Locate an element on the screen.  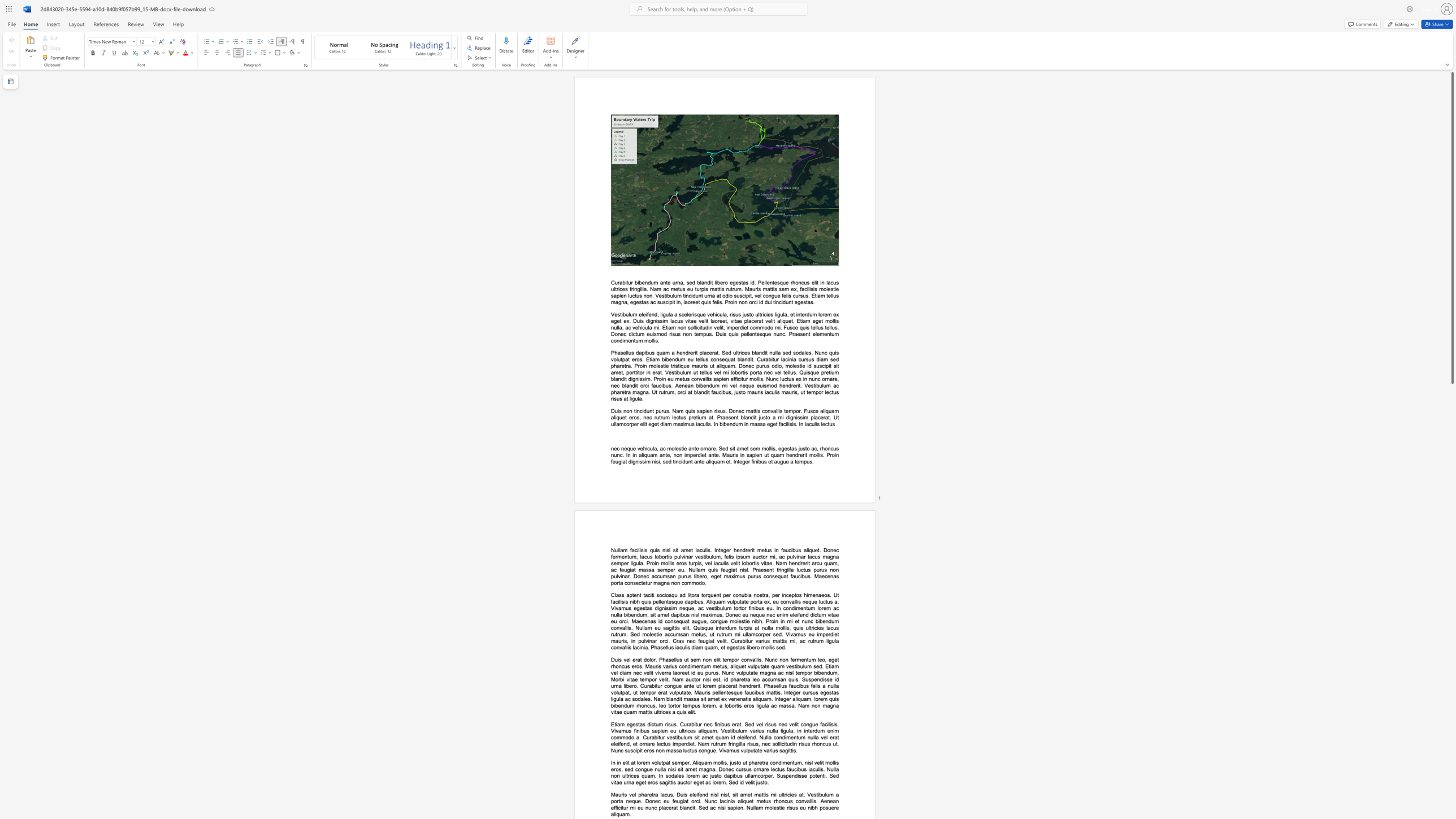
the subset text "e aliquam aliquet eros, nec rutrum lectus" within the text "Duis non tincidunt purus. Nam quis sapien risus. Donec mattis convallis tempor. Fusce aliquam aliquet eros, nec rutrum lectus pretium at. Praesent blandit justo a mi dignissim placerat. Ut ullamcorper elit eget diam maximus iaculis. In bibendum in massa eget facilisis. In iaculis lectus" is located at coordinates (815, 410).